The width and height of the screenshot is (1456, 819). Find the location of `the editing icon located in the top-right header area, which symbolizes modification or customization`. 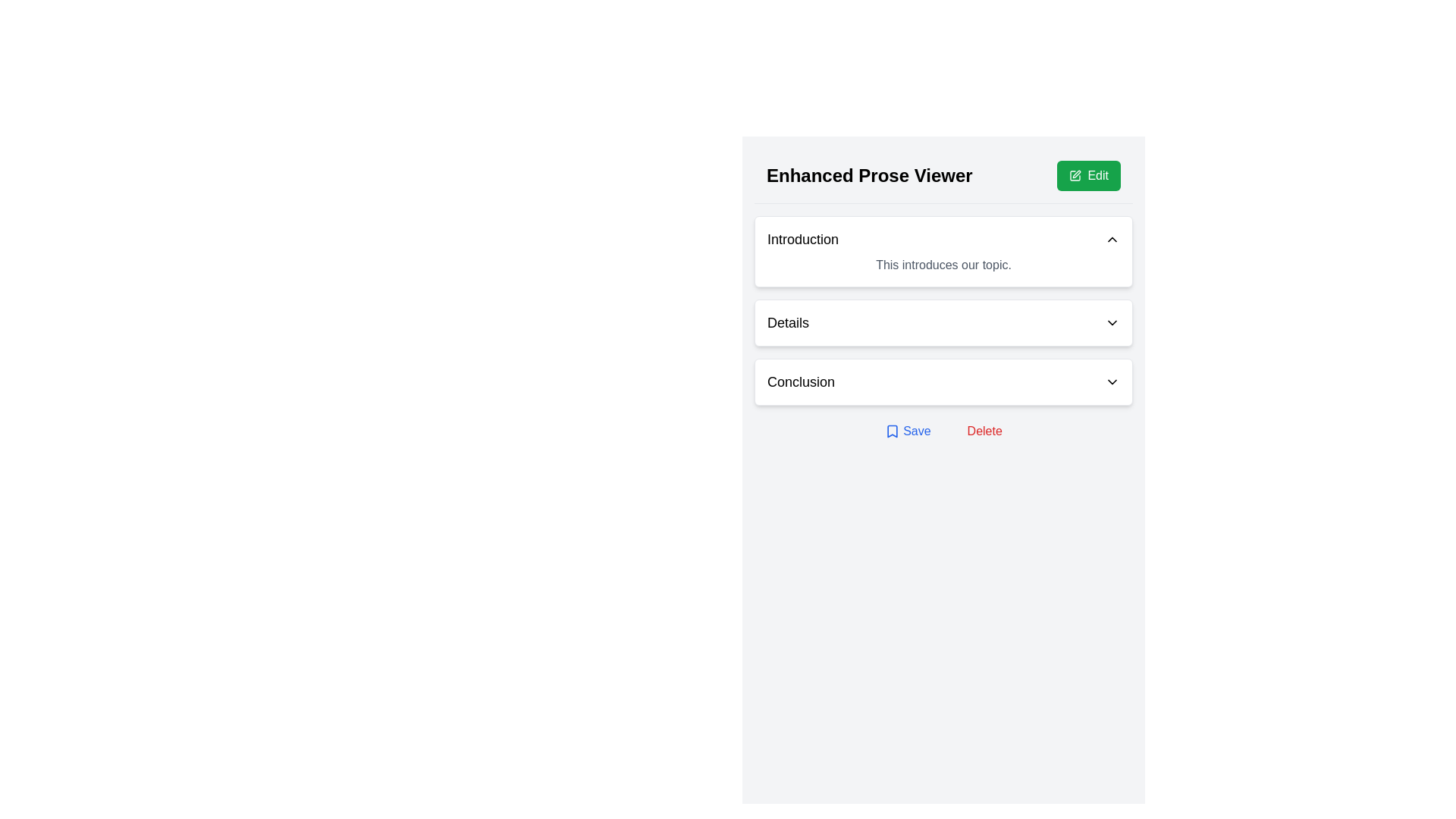

the editing icon located in the top-right header area, which symbolizes modification or customization is located at coordinates (1076, 174).